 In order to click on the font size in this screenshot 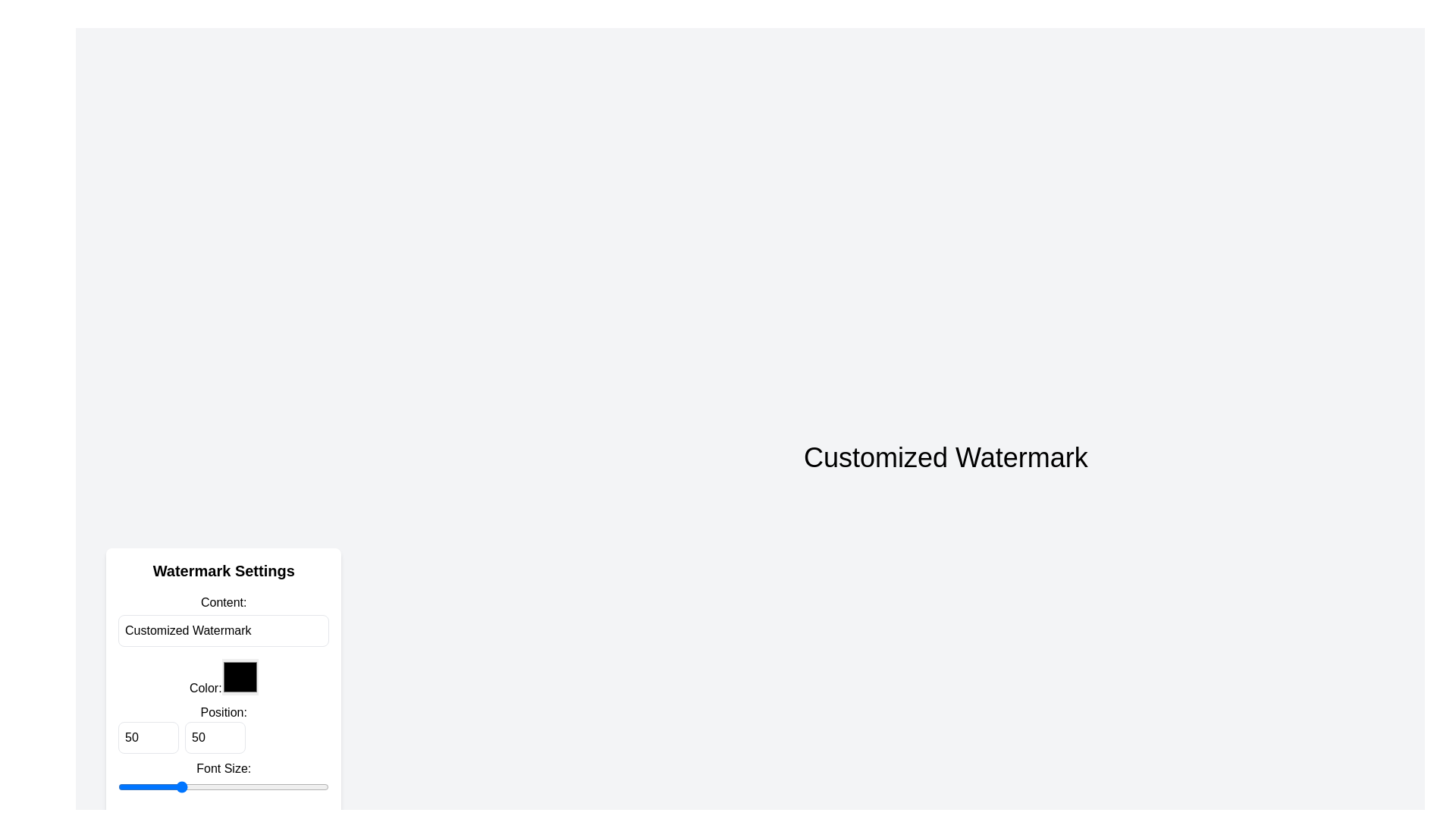, I will do `click(132, 786)`.